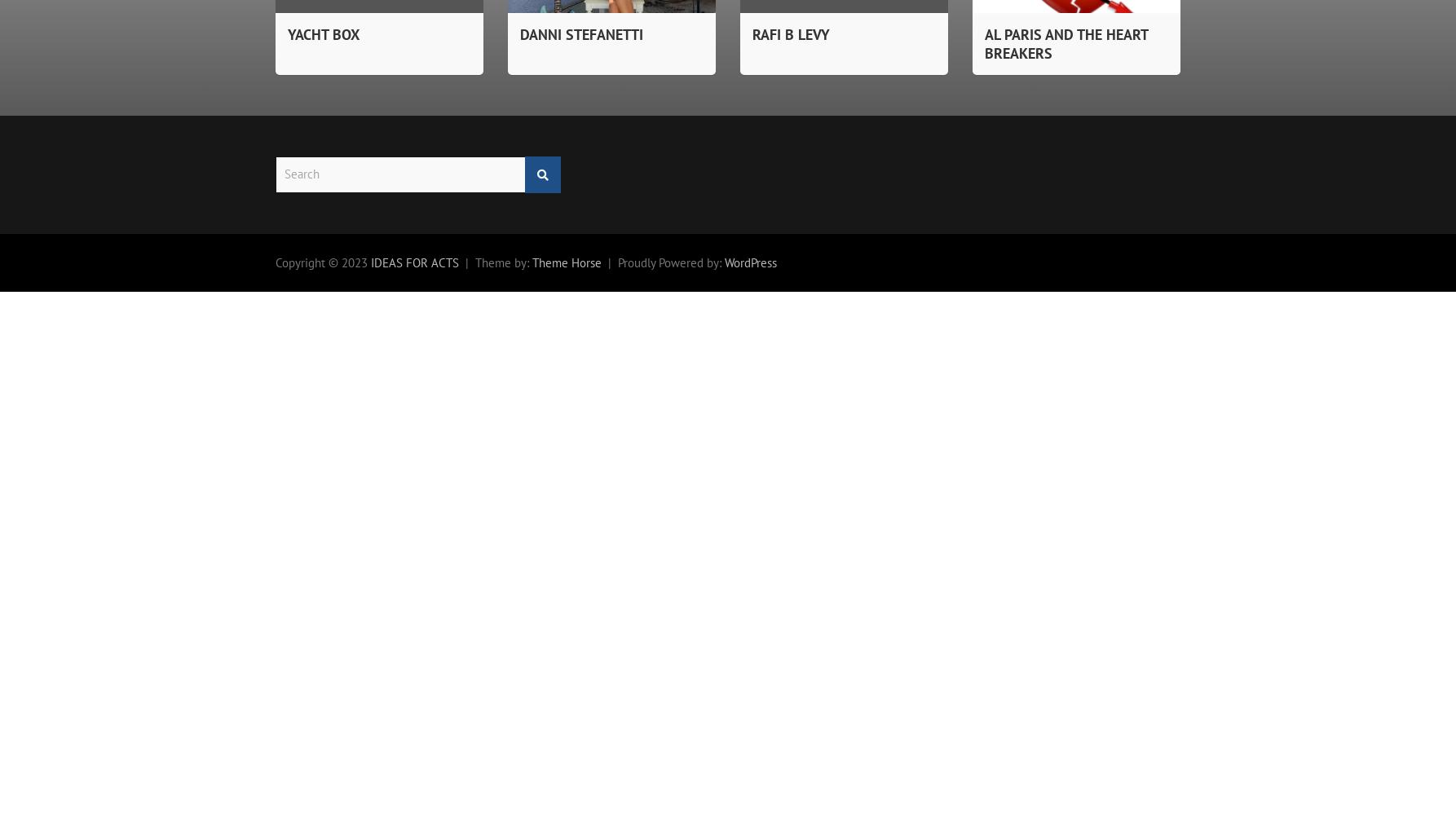 The image size is (1456, 815). Describe the element at coordinates (503, 261) in the screenshot. I see `'Theme by:'` at that location.